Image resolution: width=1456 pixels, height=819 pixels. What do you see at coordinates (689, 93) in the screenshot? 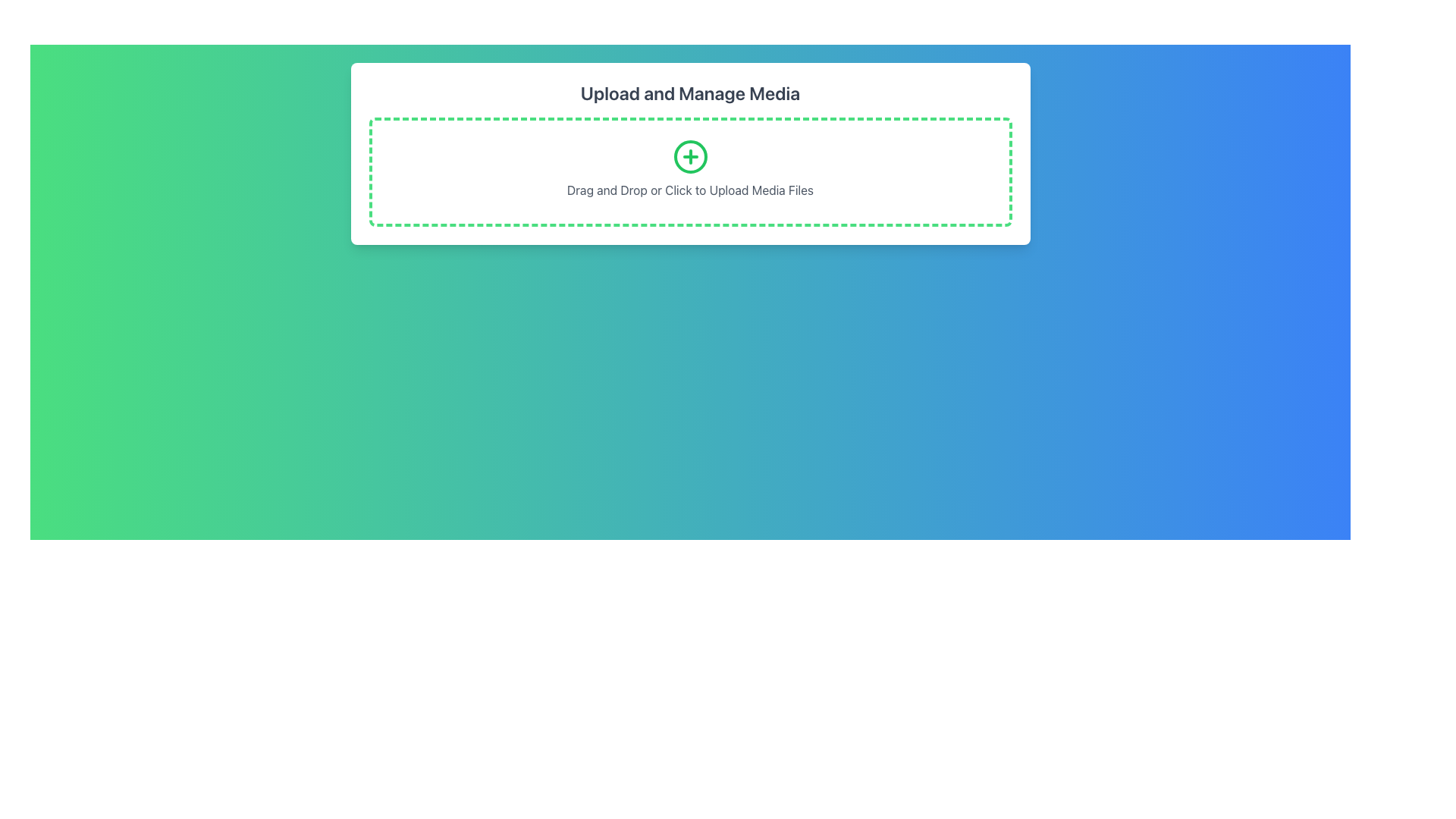
I see `text from the Text Header that indicates the purpose of the media file upload and management section` at bounding box center [689, 93].